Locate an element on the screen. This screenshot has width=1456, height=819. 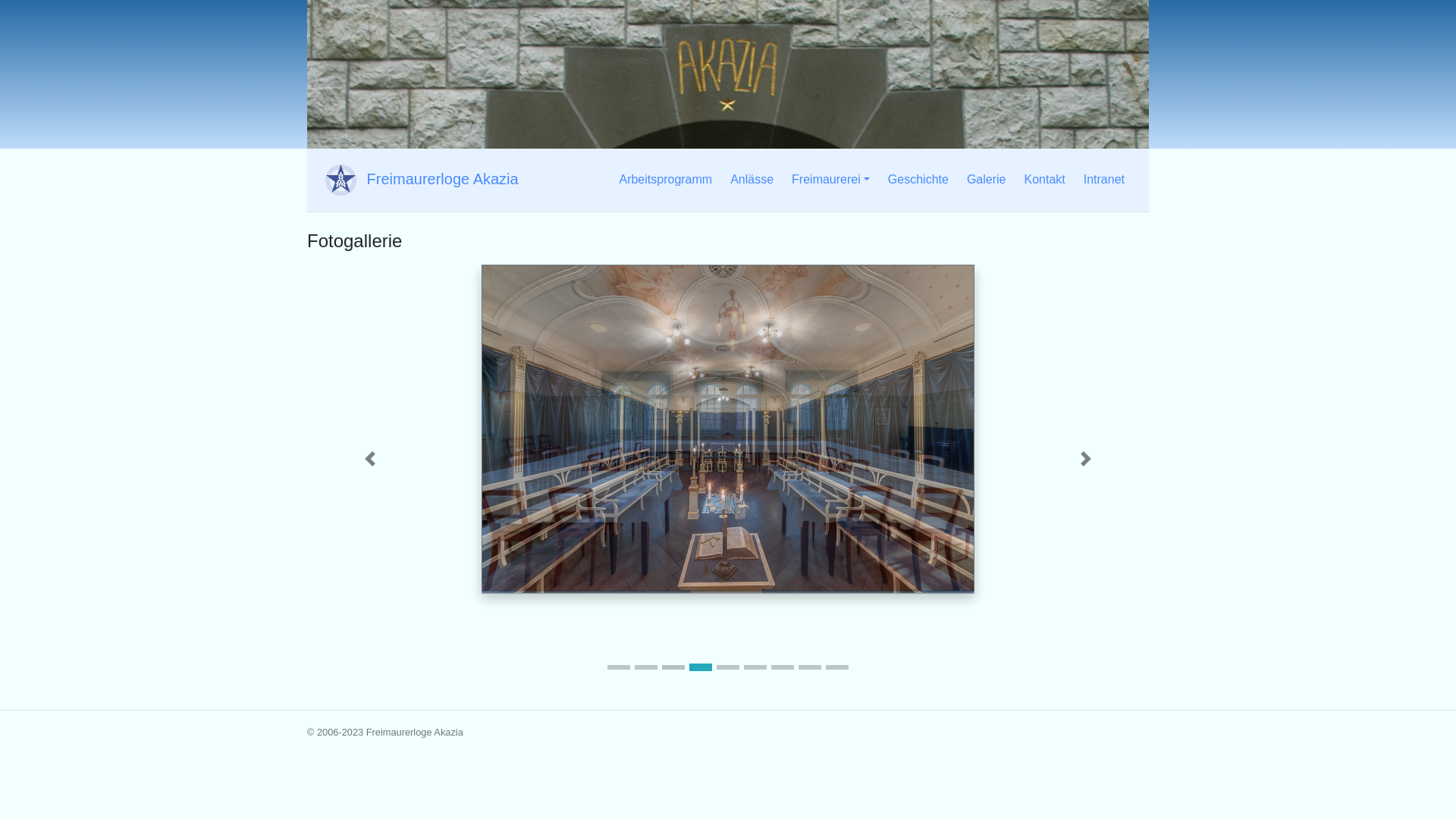
'Freimaurerloge Akazia' is located at coordinates (419, 179).